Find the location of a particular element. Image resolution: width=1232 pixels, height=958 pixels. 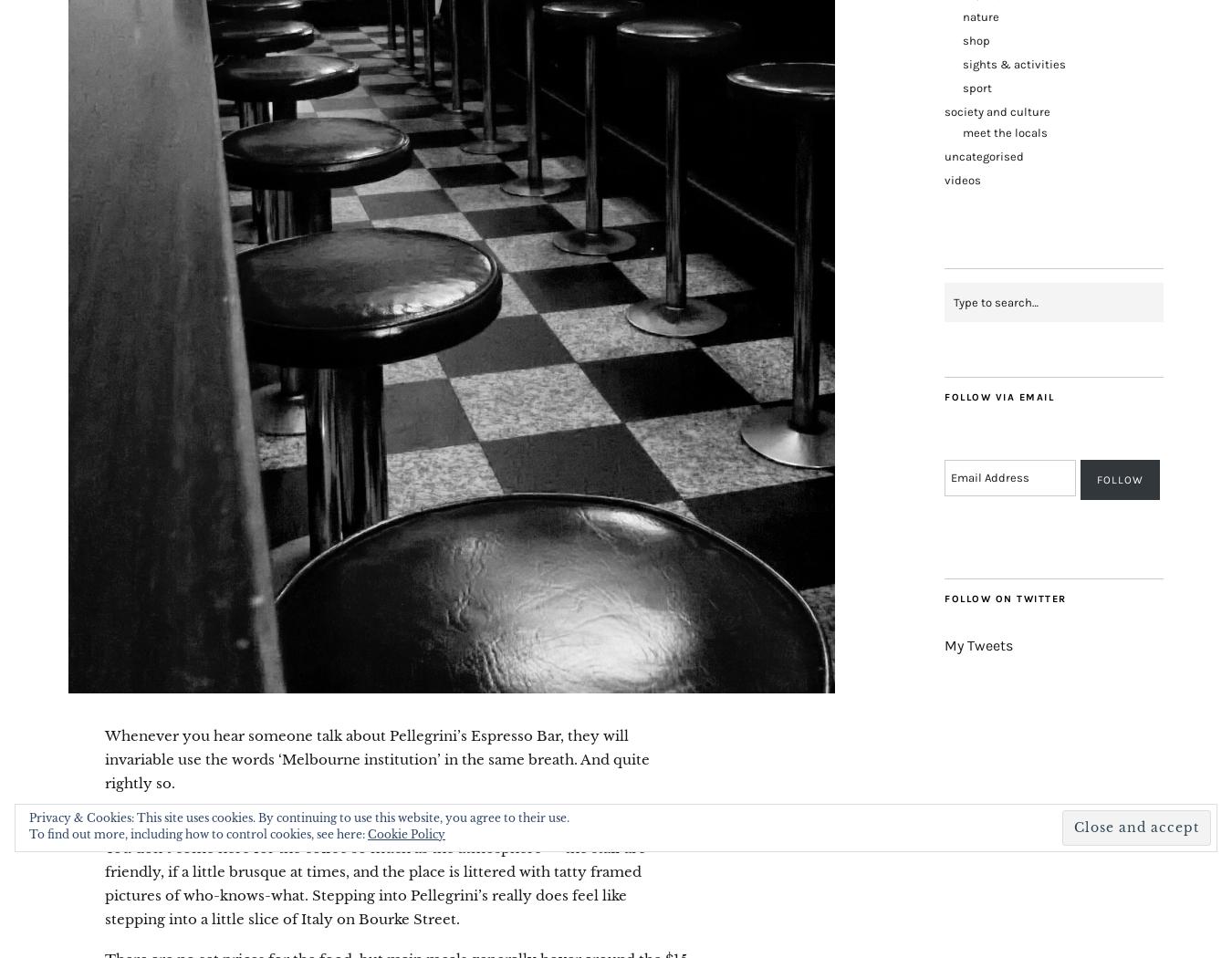

'My Tweets' is located at coordinates (945, 644).